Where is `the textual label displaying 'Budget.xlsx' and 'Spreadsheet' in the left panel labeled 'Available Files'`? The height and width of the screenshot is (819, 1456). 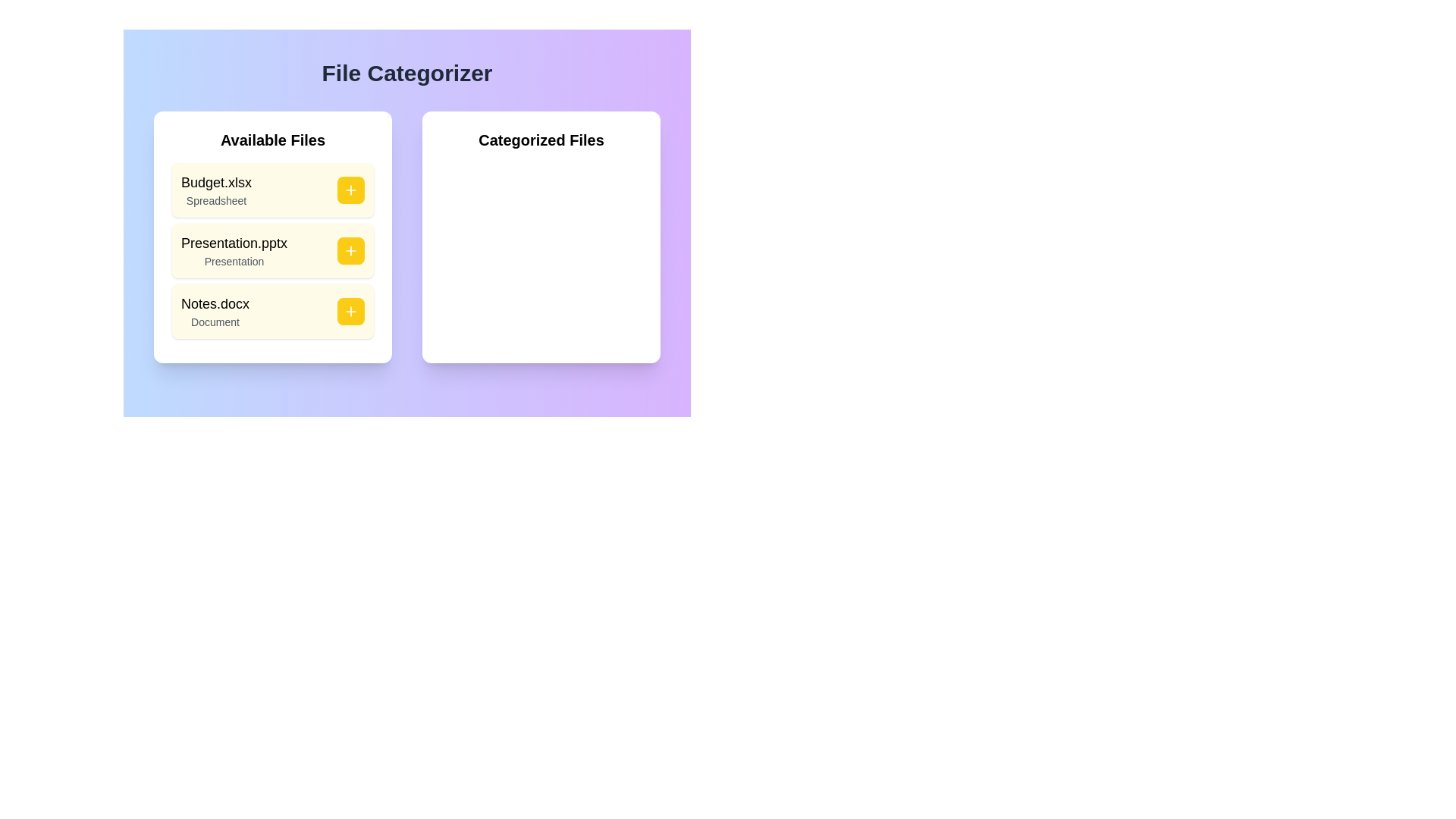 the textual label displaying 'Budget.xlsx' and 'Spreadsheet' in the left panel labeled 'Available Files' is located at coordinates (215, 189).